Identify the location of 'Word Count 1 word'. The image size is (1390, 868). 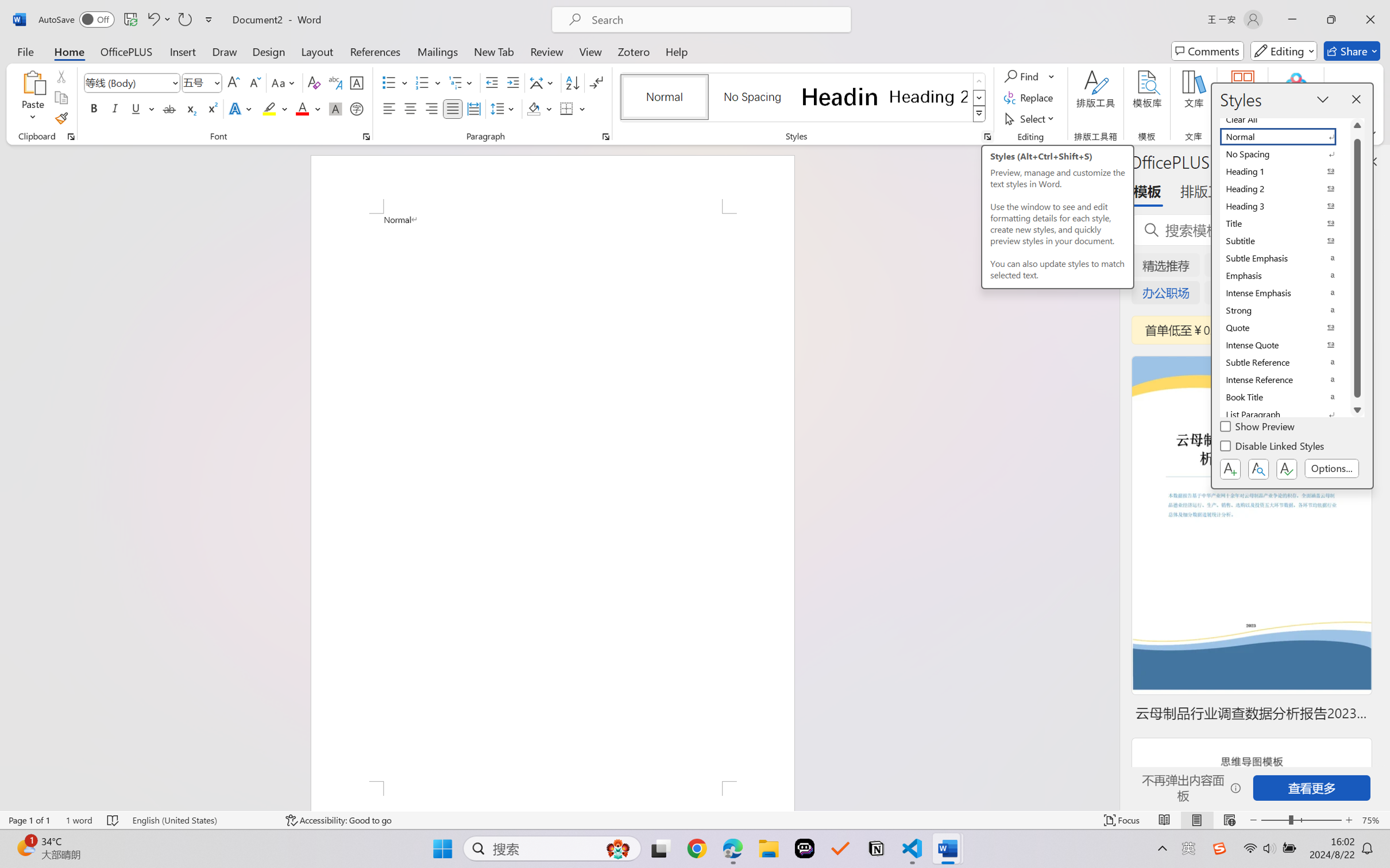
(79, 820).